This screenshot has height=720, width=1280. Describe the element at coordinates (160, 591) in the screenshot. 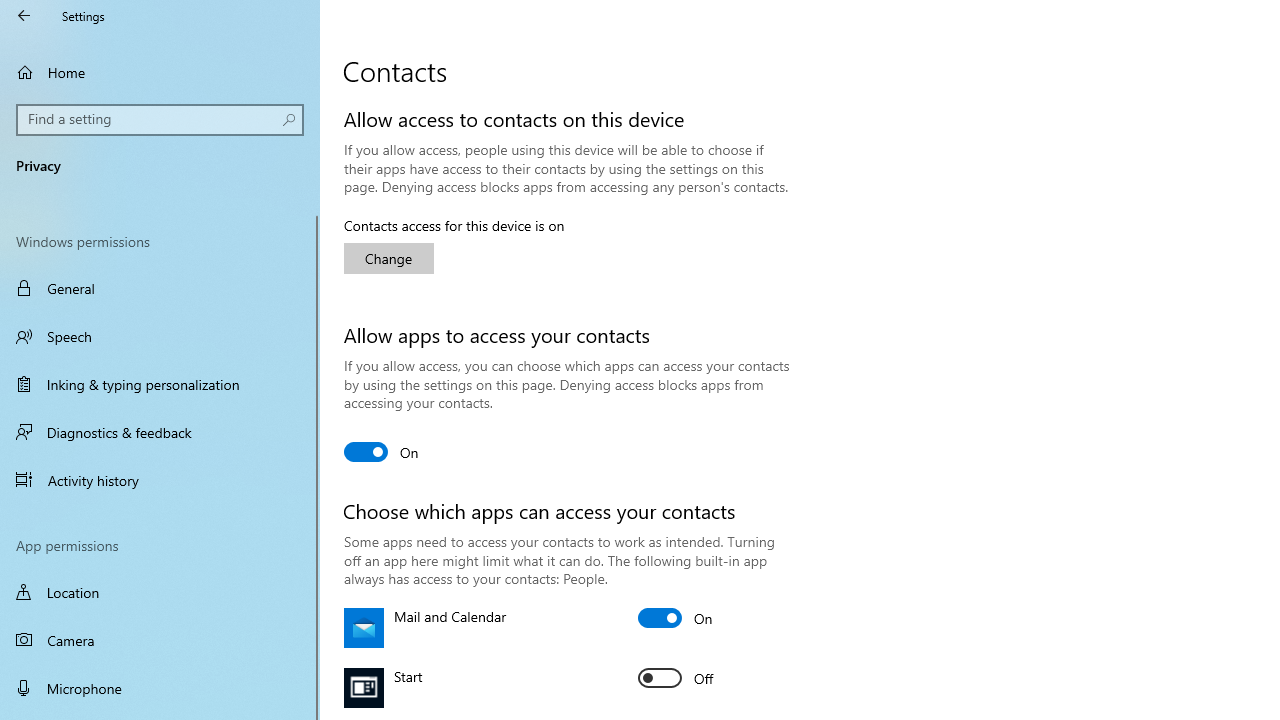

I see `'Location'` at that location.